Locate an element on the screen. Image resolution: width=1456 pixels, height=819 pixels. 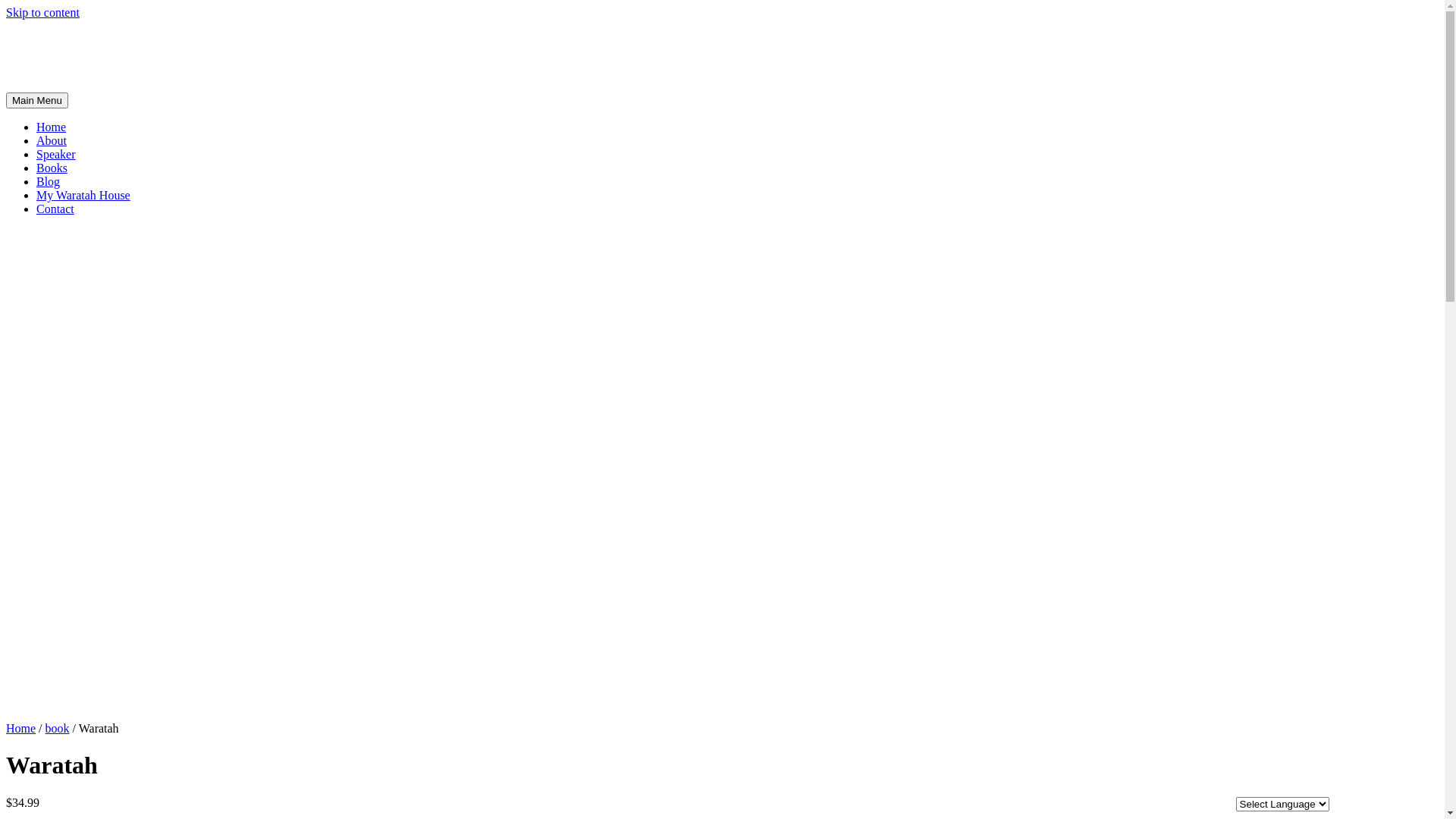
'My Waratah House' is located at coordinates (83, 194).